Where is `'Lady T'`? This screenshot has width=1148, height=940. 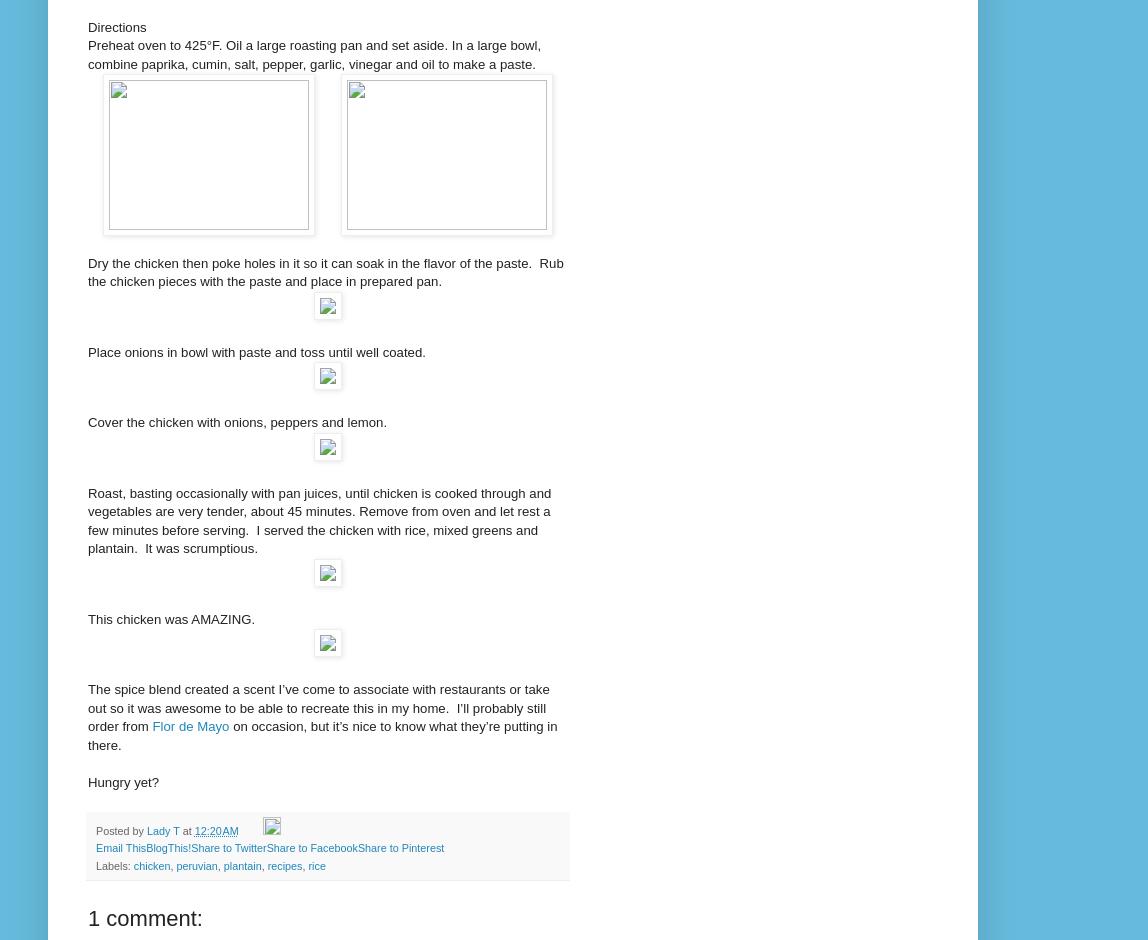 'Lady T' is located at coordinates (163, 829).